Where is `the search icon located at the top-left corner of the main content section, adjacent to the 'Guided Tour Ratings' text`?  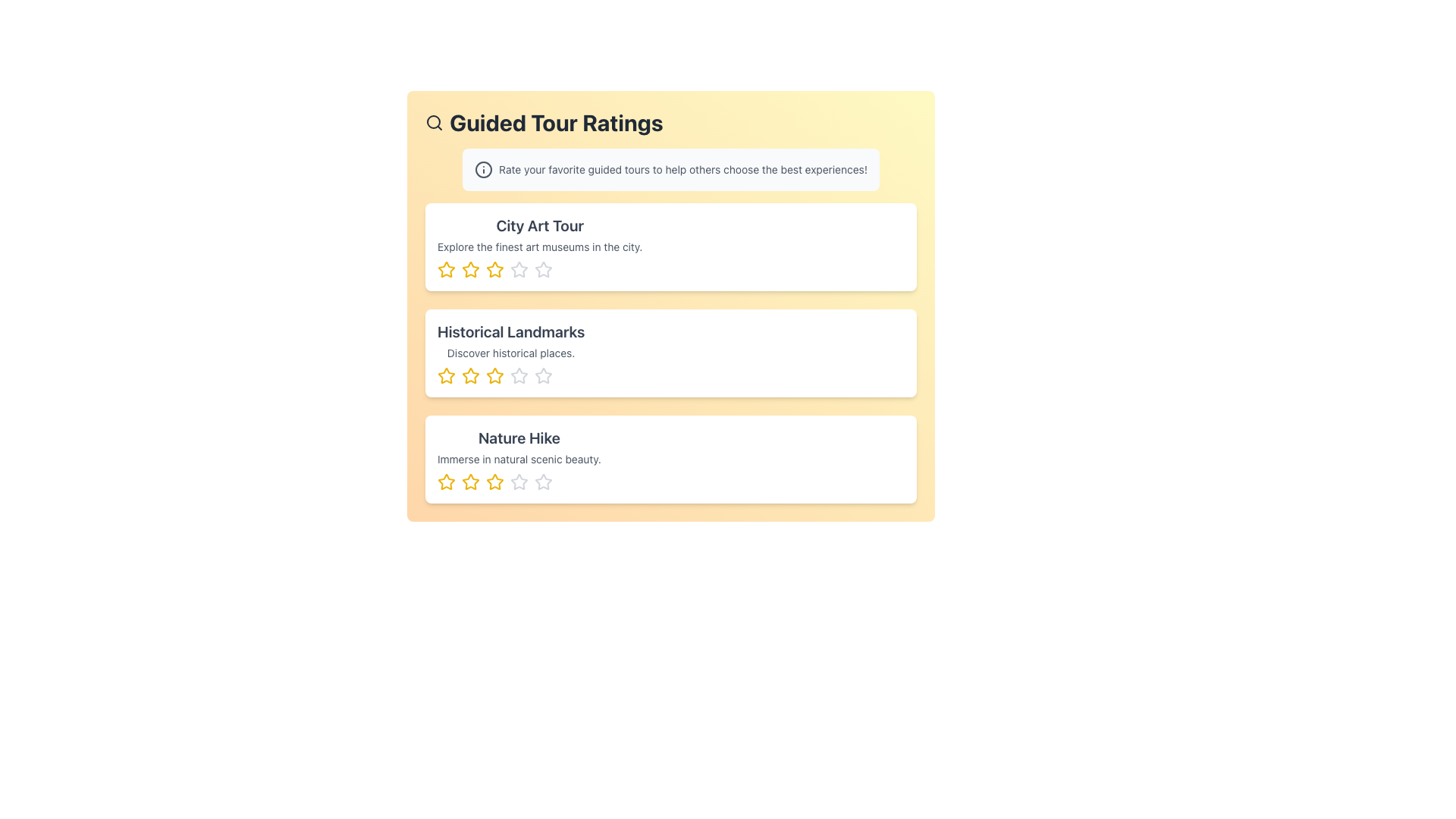
the search icon located at the top-left corner of the main content section, adjacent to the 'Guided Tour Ratings' text is located at coordinates (433, 122).